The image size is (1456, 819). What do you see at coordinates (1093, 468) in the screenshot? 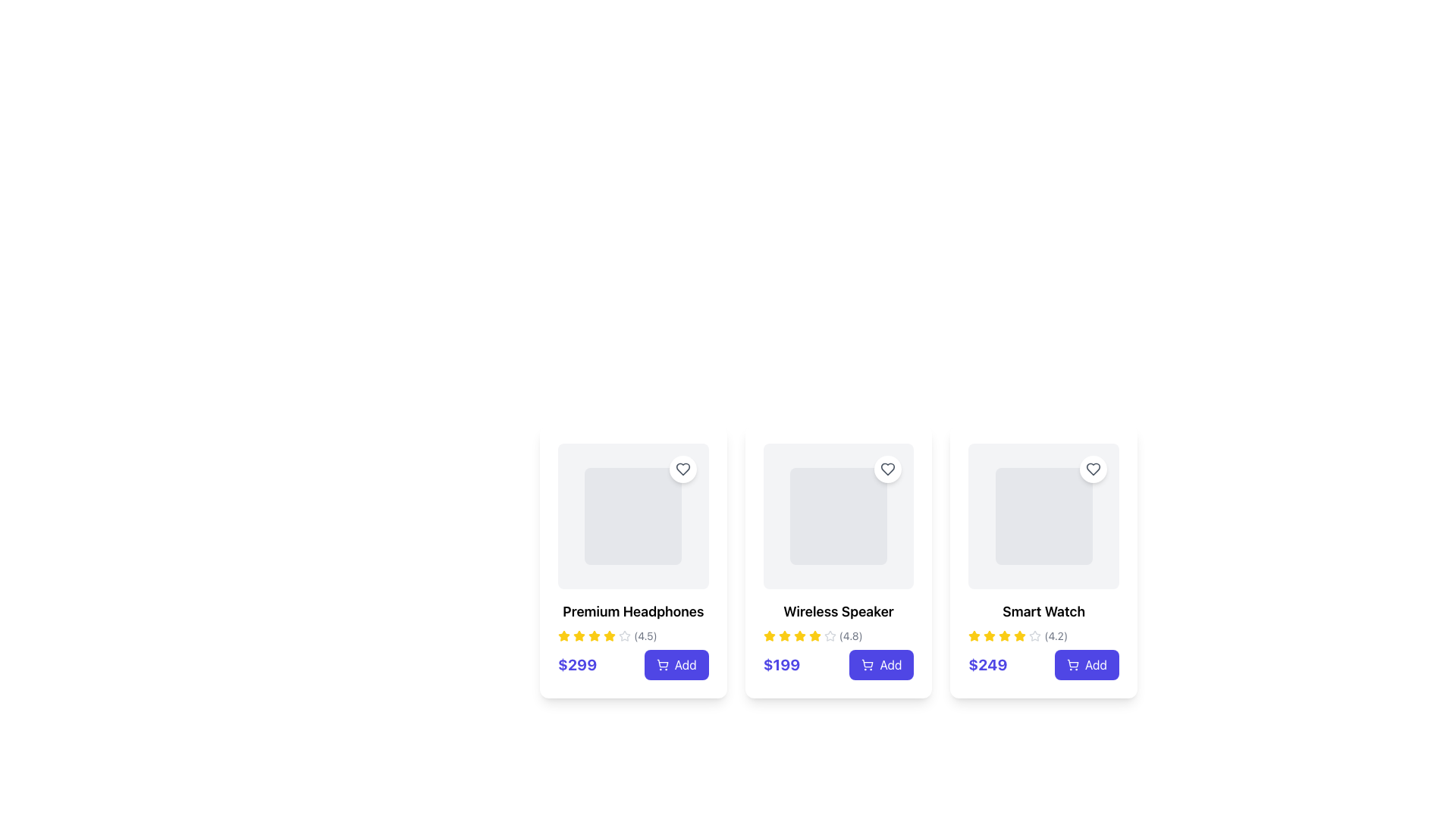
I see `the heart-shaped icon in the top-right corner of the third product card featuring the 'Smart Watch' to trigger additional tooltip or animation` at bounding box center [1093, 468].